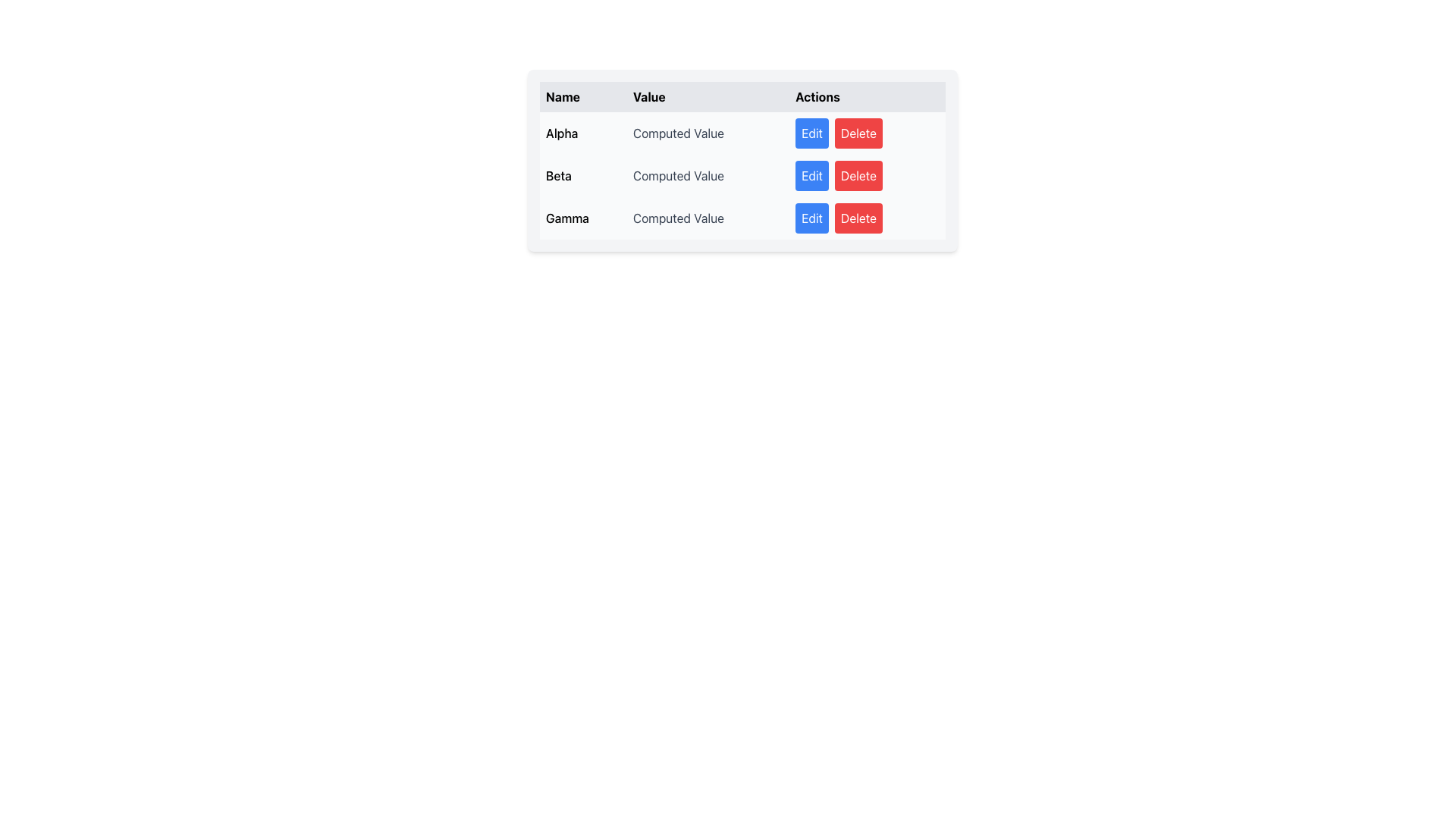 The width and height of the screenshot is (1456, 819). I want to click on the delete button located in the 'Actions' column of the data table, so click(858, 218).